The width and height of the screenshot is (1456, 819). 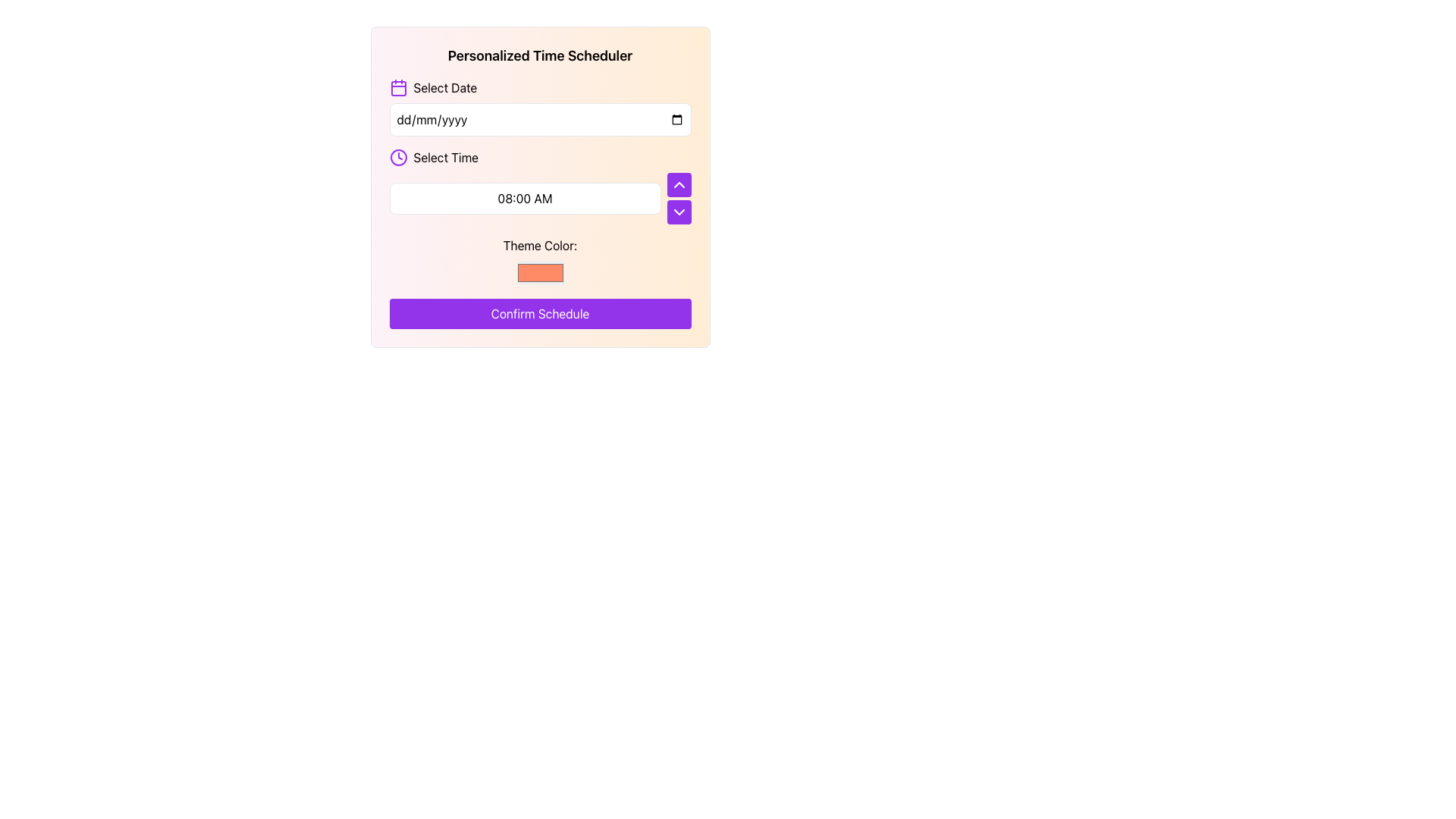 What do you see at coordinates (678, 212) in the screenshot?
I see `the button located below the upward arrow button to decrease the time value in the associated 'Select Time' input field` at bounding box center [678, 212].